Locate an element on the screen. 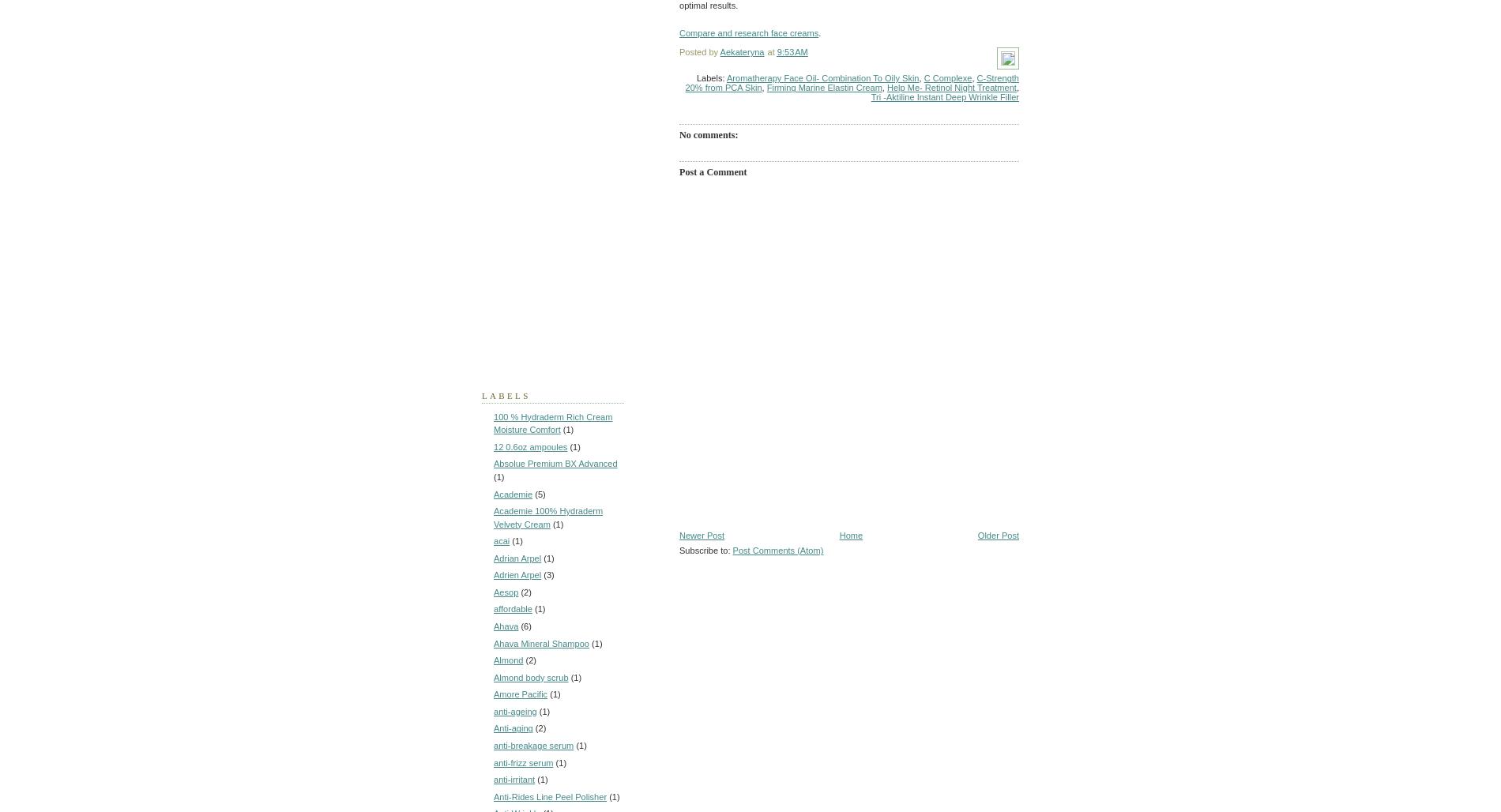  '.' is located at coordinates (818, 33).